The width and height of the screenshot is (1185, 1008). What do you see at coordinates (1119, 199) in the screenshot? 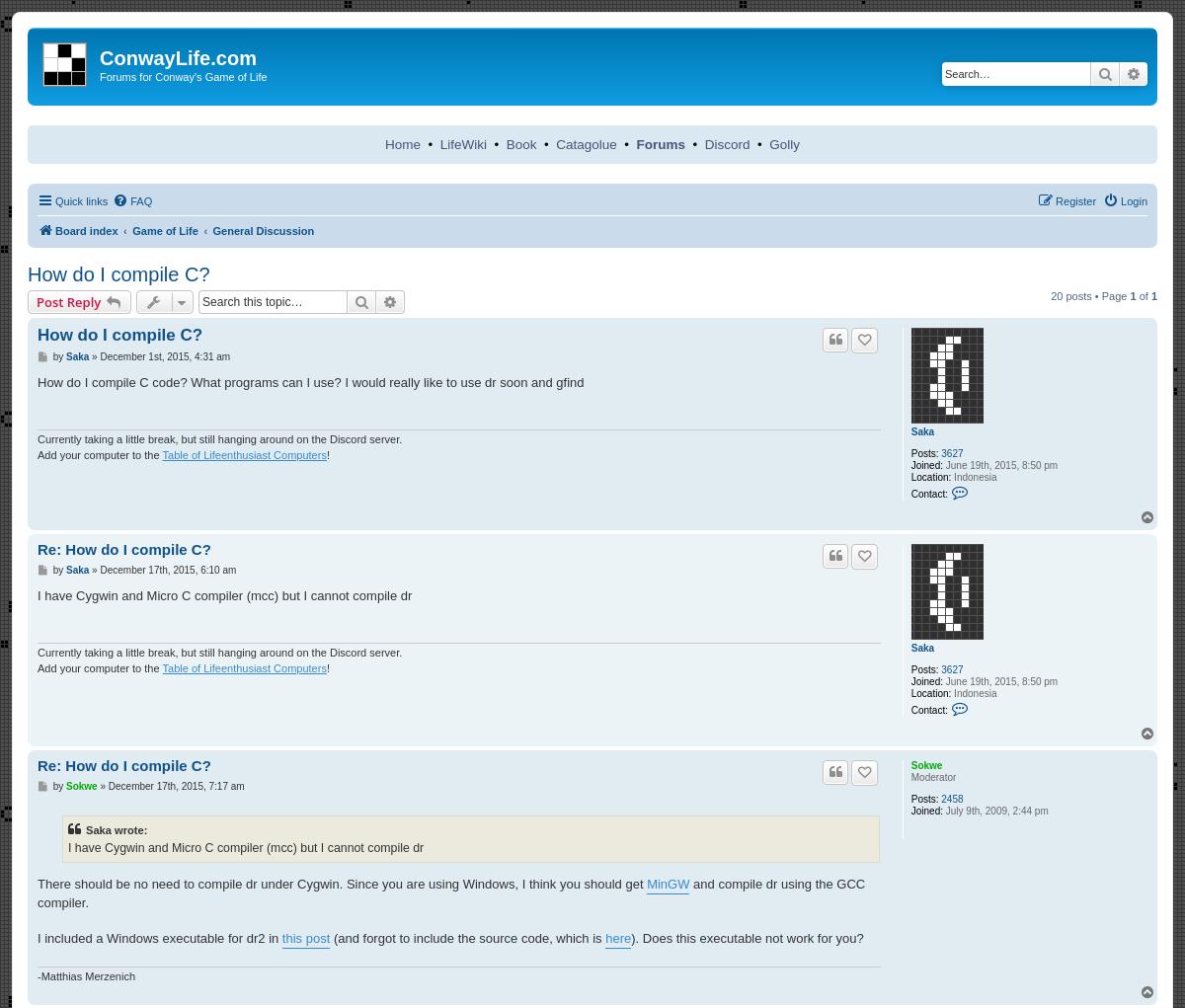
I see `'Login'` at bounding box center [1119, 199].